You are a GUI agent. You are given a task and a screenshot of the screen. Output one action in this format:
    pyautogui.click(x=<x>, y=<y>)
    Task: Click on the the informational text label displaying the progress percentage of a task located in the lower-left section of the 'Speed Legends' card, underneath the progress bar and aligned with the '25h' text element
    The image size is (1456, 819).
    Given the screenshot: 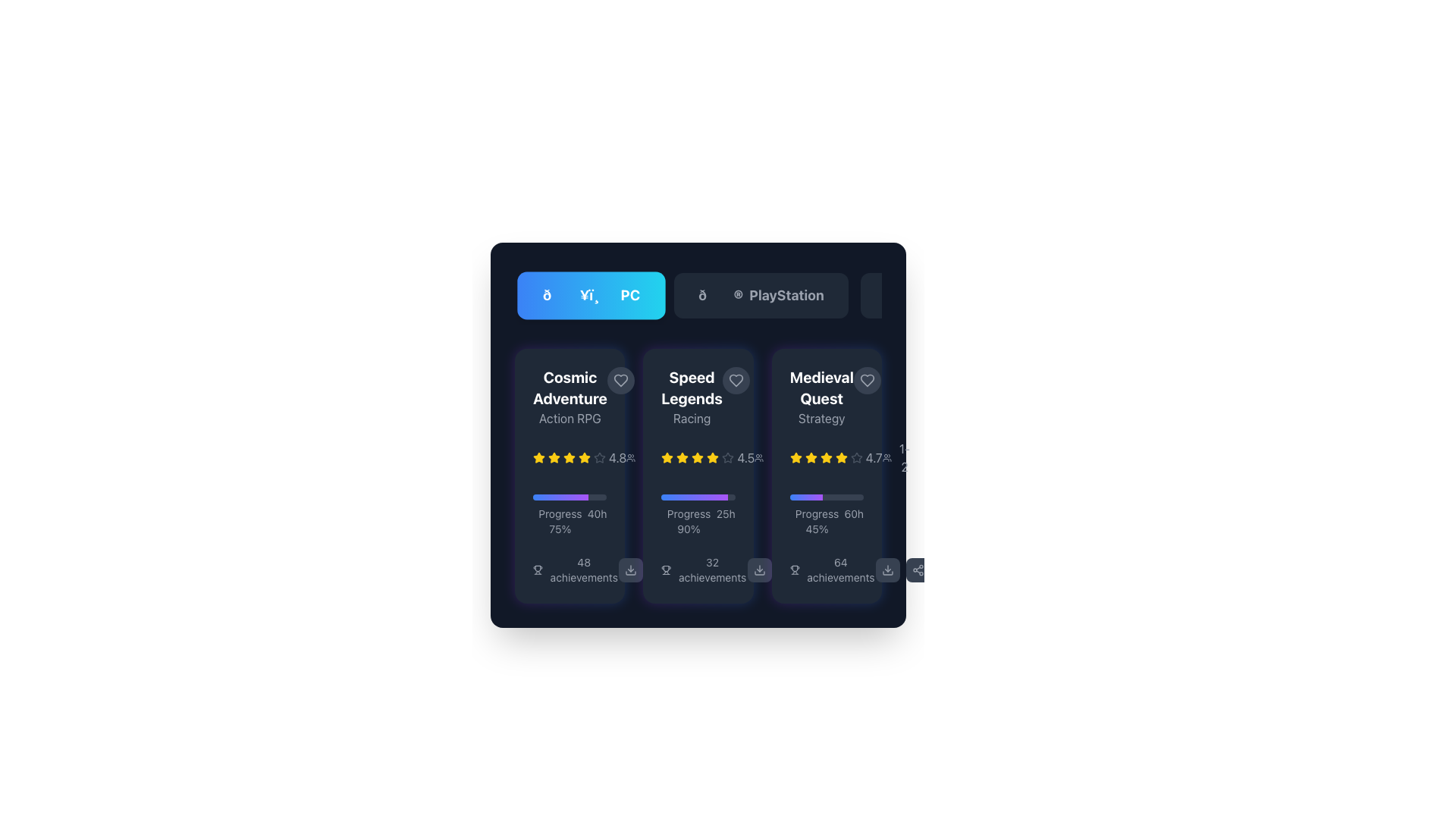 What is the action you would take?
    pyautogui.click(x=688, y=520)
    